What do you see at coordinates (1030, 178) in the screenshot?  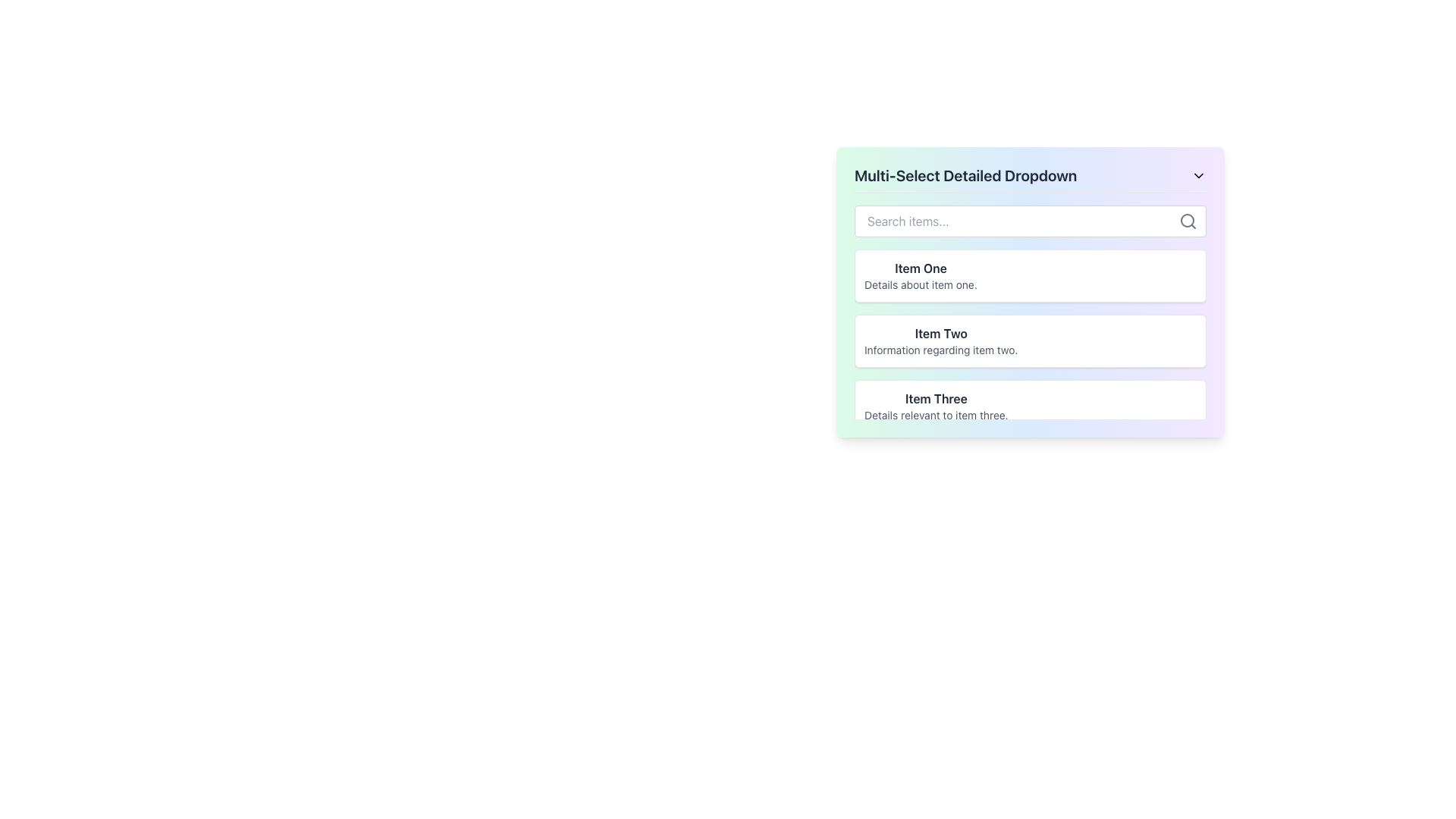 I see `the 'Multi-Select Detailed Dropdown' header` at bounding box center [1030, 178].